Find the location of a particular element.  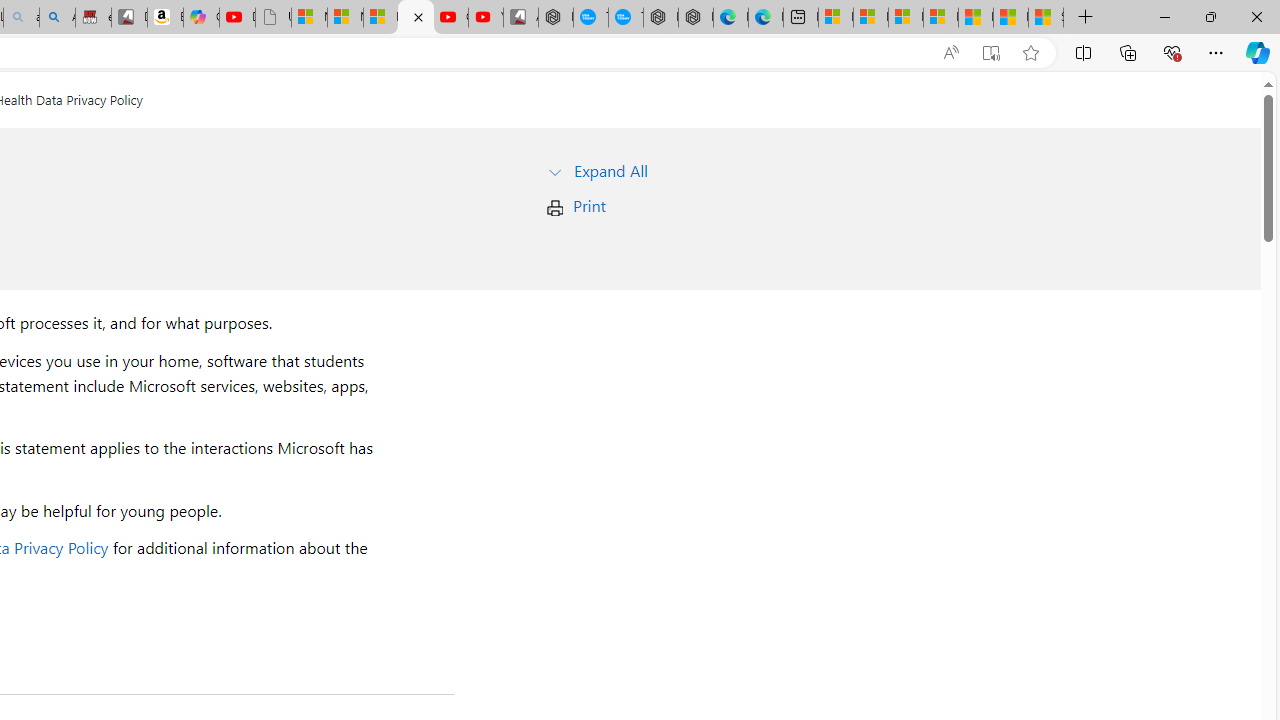

'Nordace - My Account' is located at coordinates (556, 17).